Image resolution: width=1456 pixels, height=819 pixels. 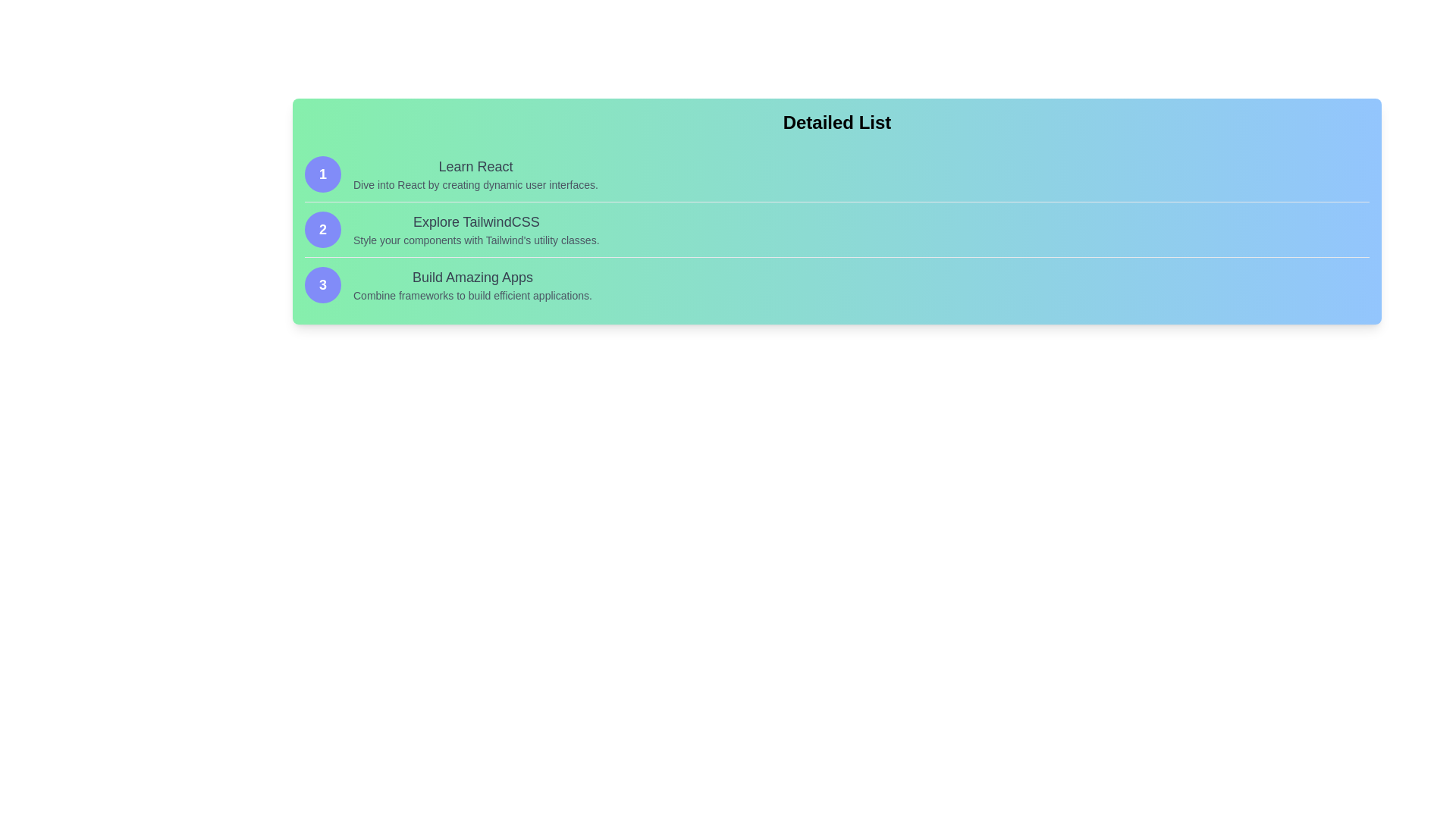 I want to click on static text that says 'Build Amazing Apps', which is prominently displayed in a larger font against a gradient background, so click(x=472, y=278).